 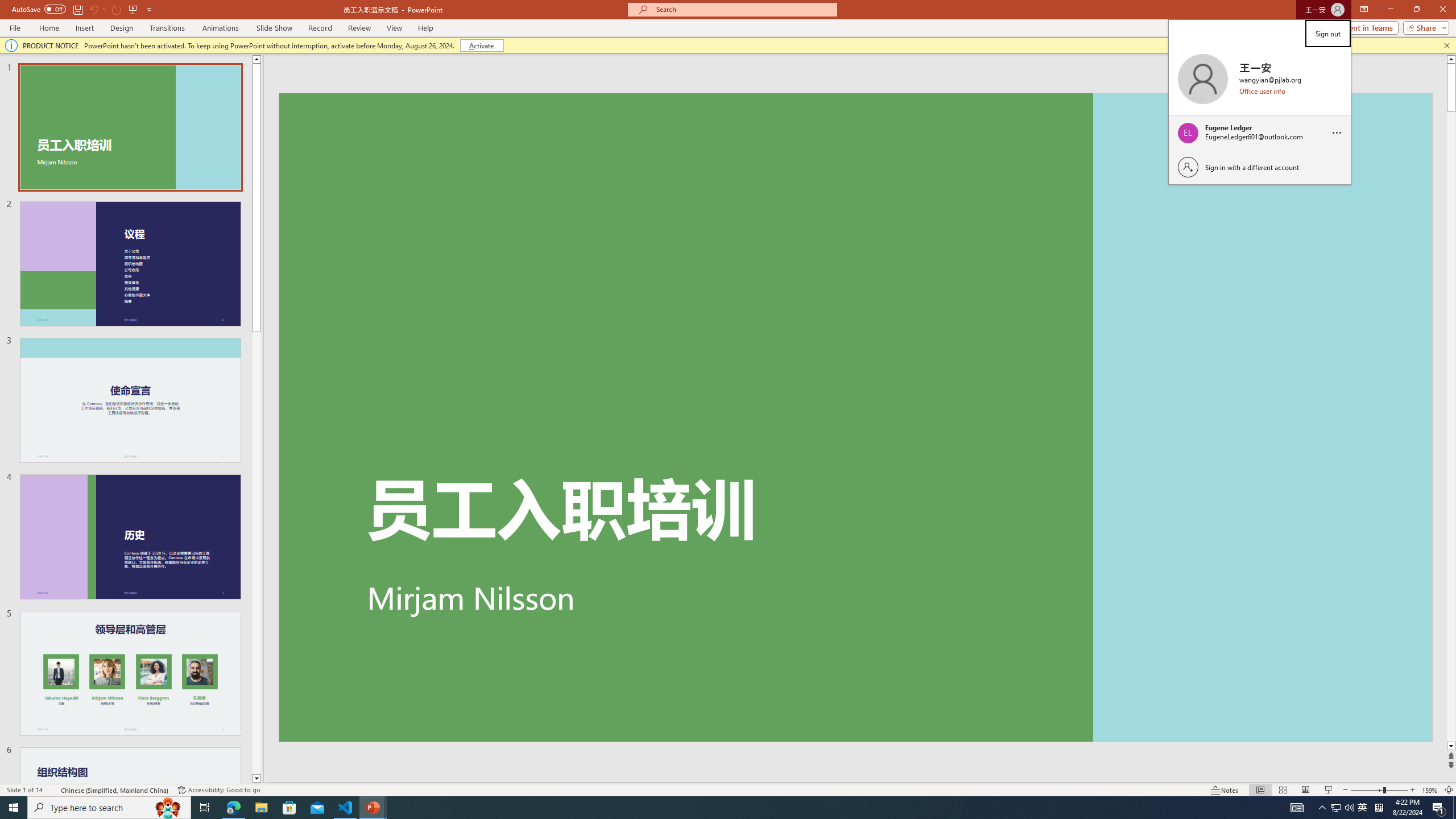 I want to click on 'Activate', so click(x=482, y=44).